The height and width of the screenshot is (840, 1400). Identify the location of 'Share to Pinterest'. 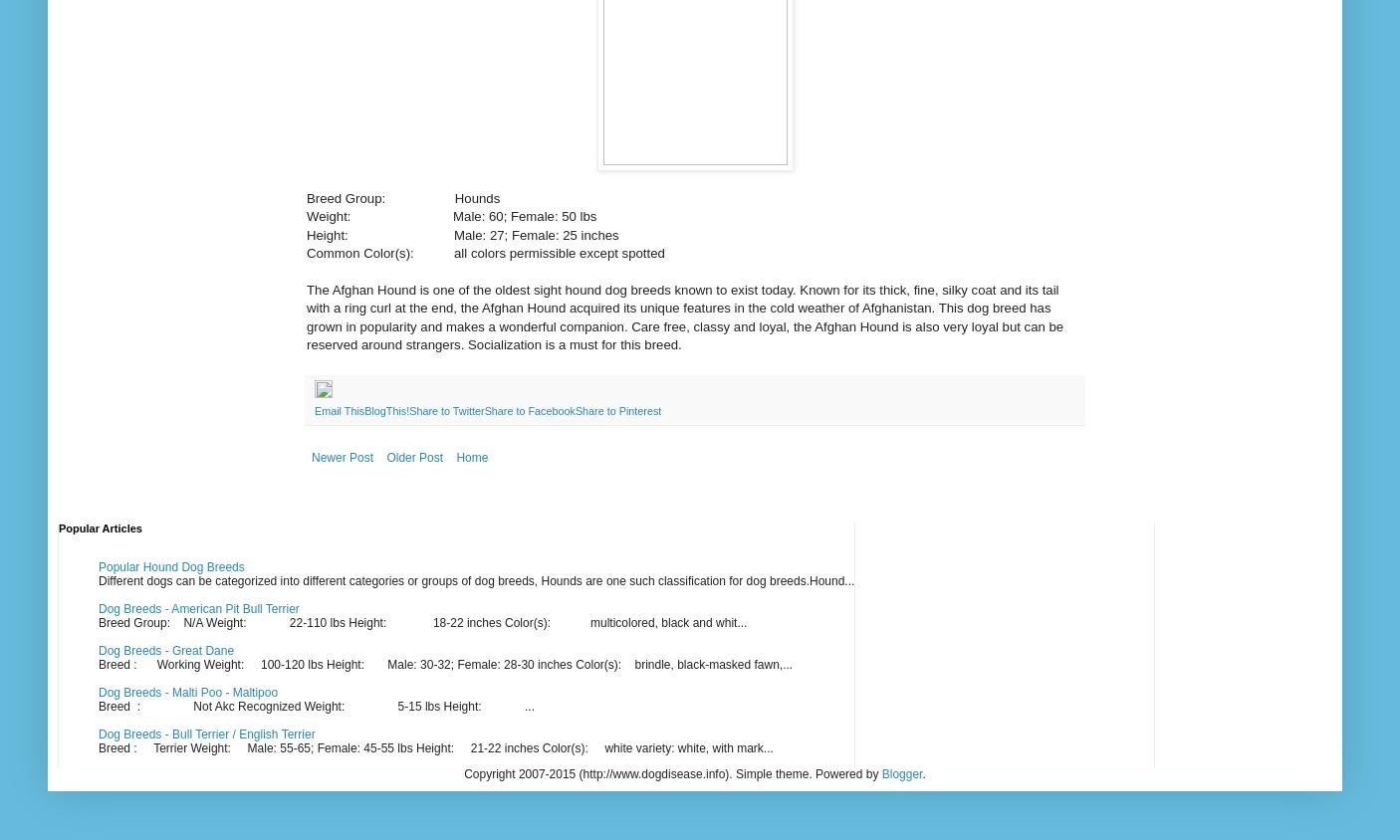
(617, 410).